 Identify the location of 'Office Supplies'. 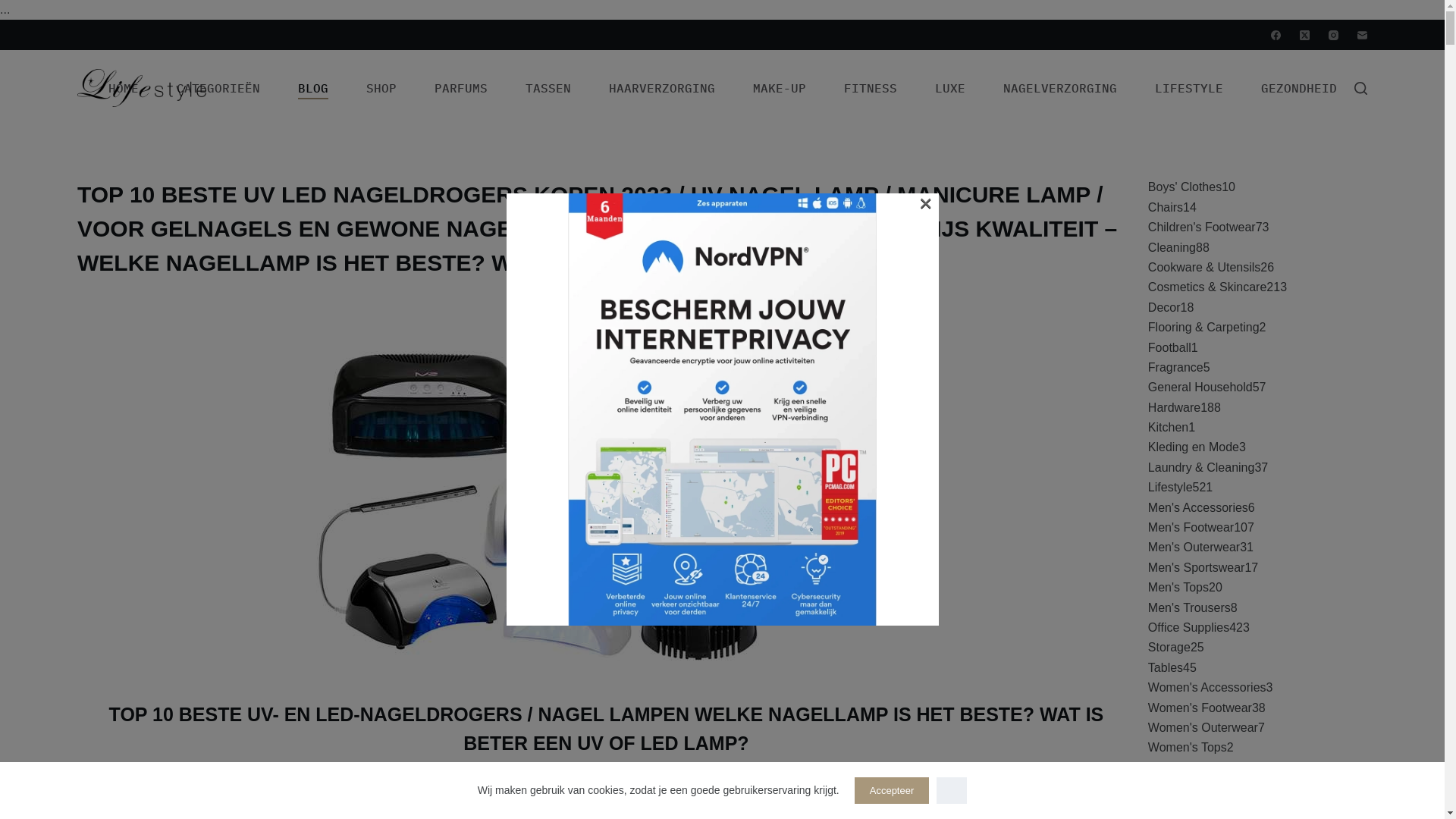
(1147, 627).